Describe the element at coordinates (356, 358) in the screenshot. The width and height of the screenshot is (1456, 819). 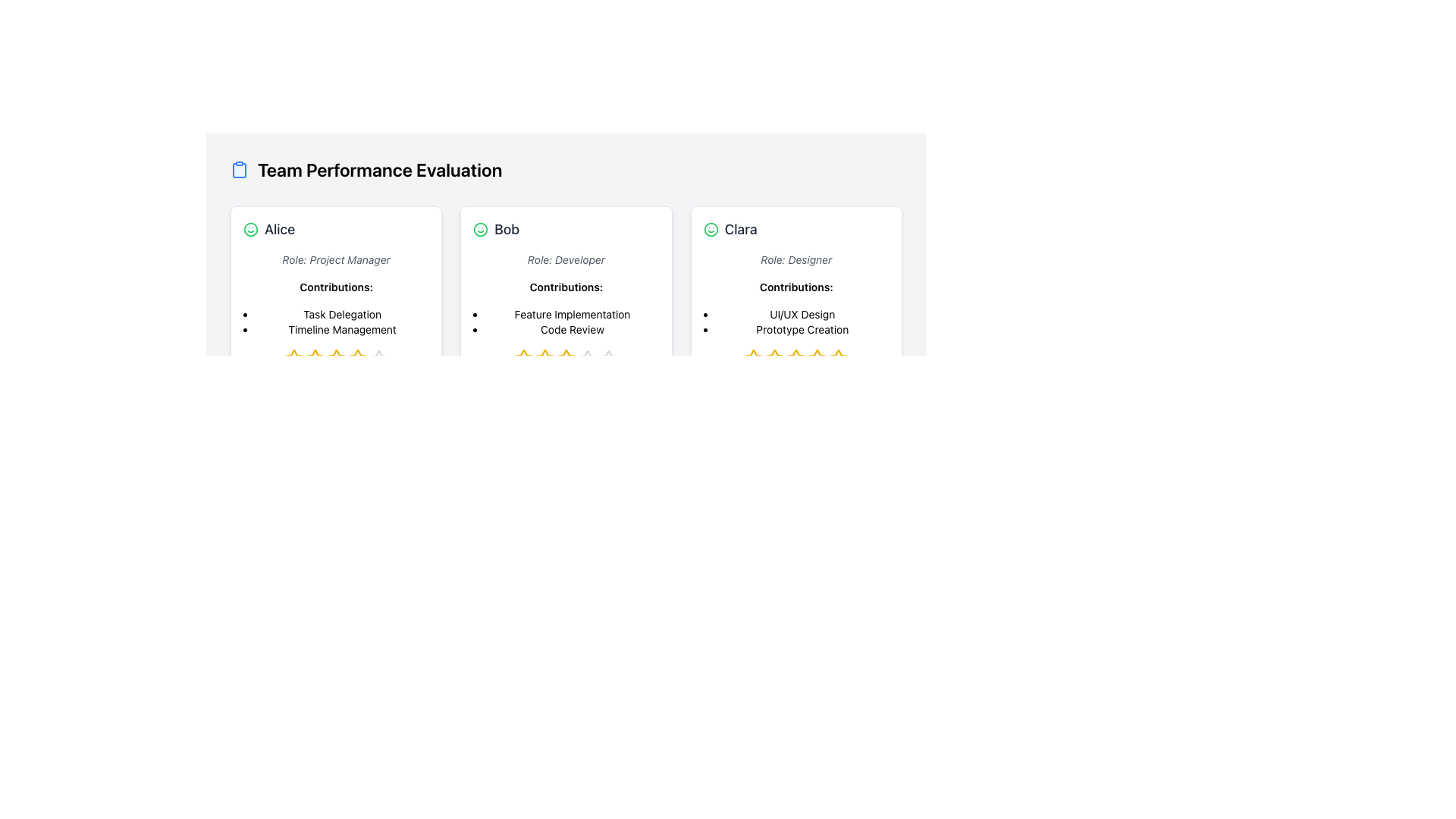
I see `the fourth star icon in the horizontal line of five stars to assign a rating for user Alice` at that location.